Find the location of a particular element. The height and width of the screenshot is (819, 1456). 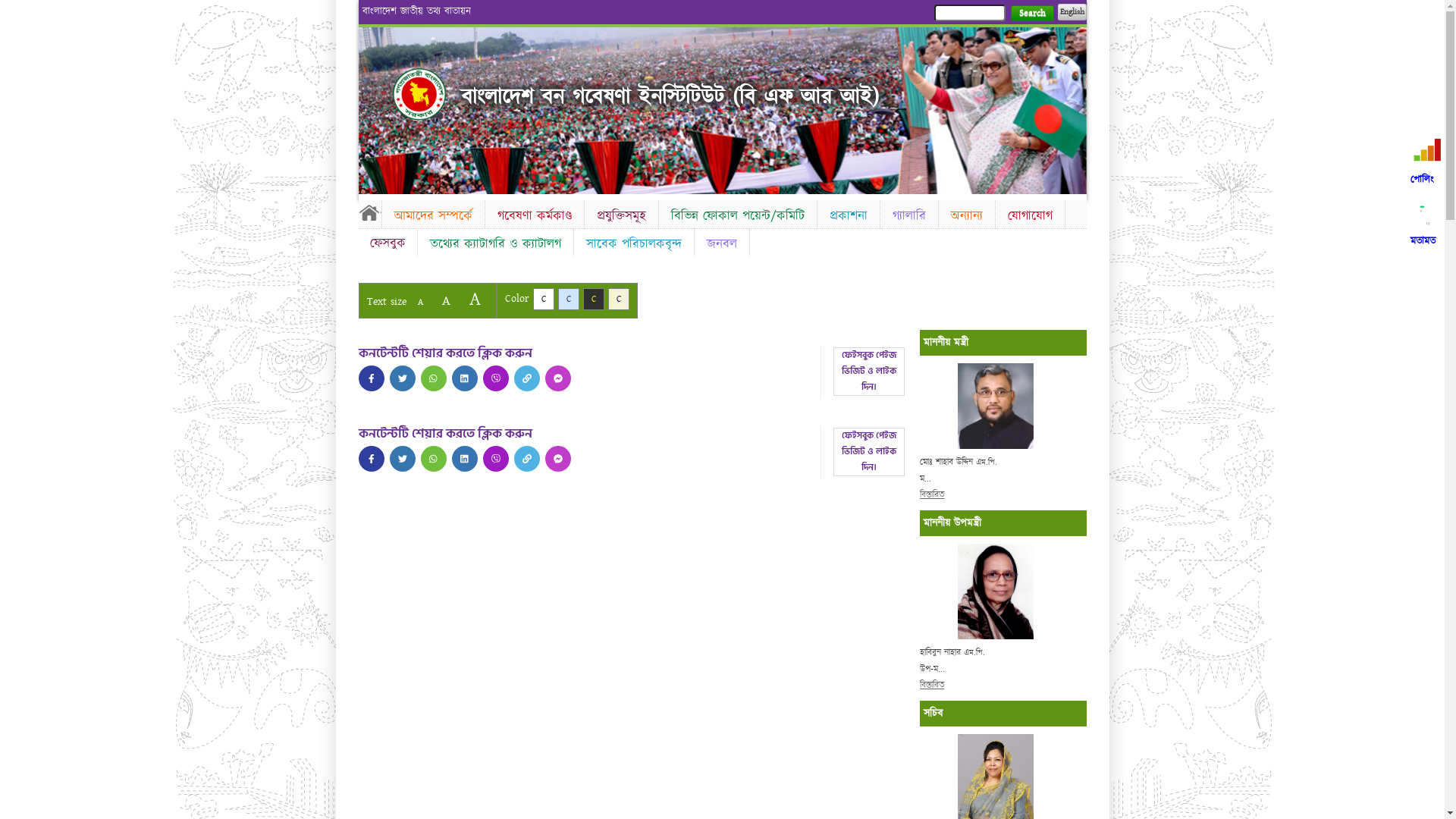

'A' is located at coordinates (473, 299).